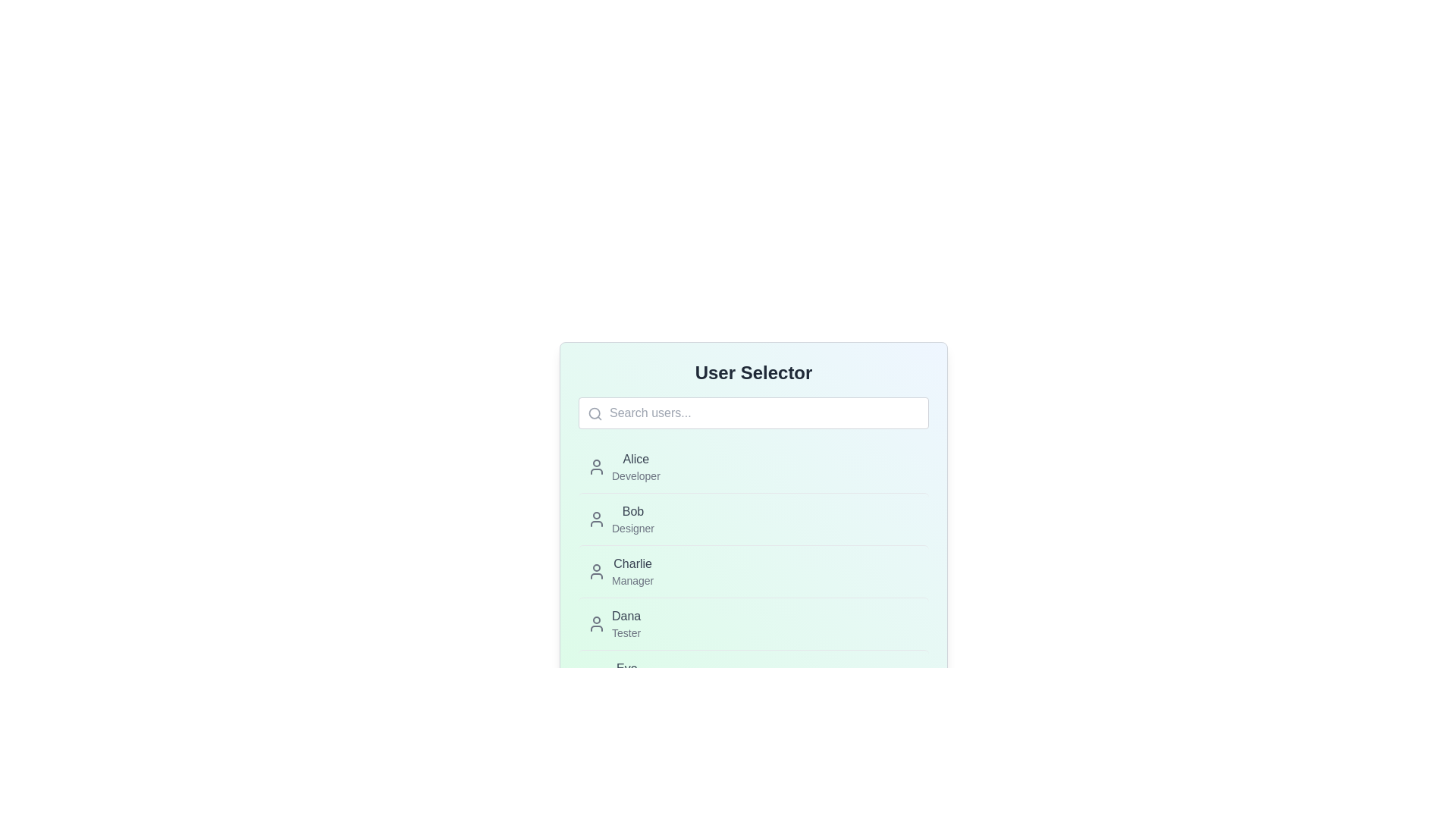 The image size is (1456, 819). What do you see at coordinates (753, 517) in the screenshot?
I see `the list item representing the user 'Bob', who is a 'Designer'` at bounding box center [753, 517].